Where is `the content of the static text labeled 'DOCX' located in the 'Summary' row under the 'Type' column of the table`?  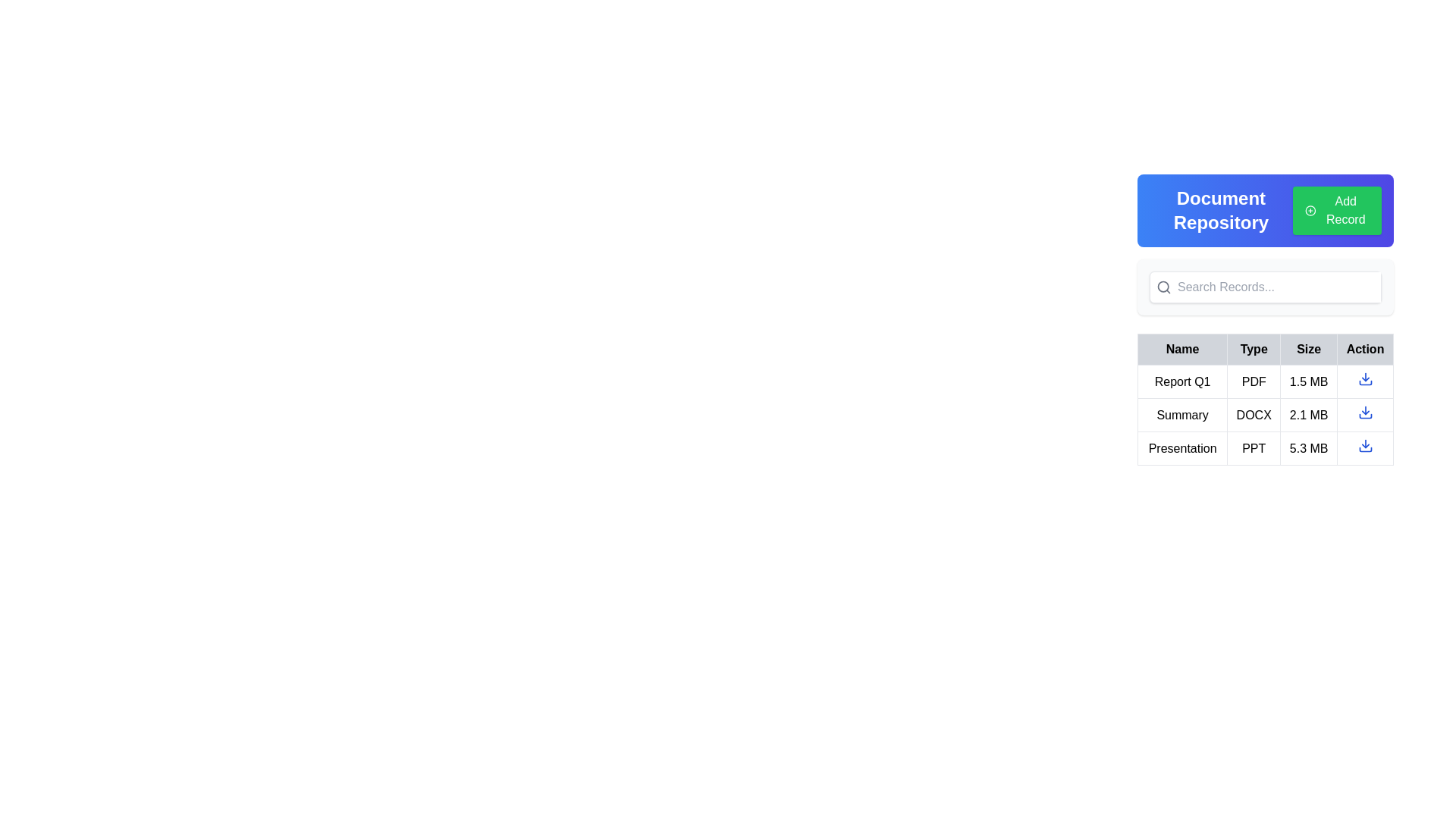 the content of the static text labeled 'DOCX' located in the 'Summary' row under the 'Type' column of the table is located at coordinates (1254, 415).